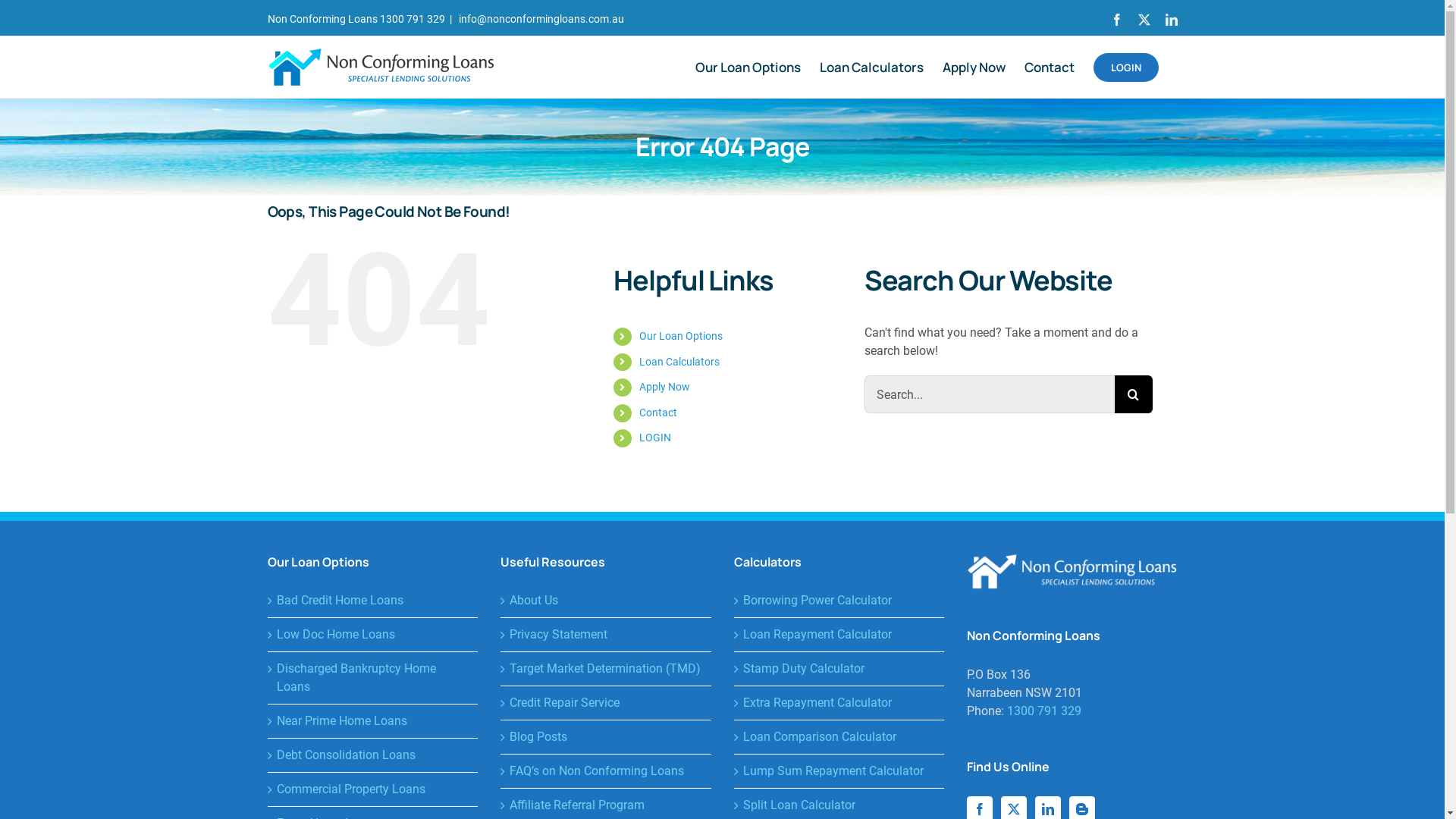  Describe the element at coordinates (540, 18) in the screenshot. I see `'info@nonconformingloans.com.au'` at that location.